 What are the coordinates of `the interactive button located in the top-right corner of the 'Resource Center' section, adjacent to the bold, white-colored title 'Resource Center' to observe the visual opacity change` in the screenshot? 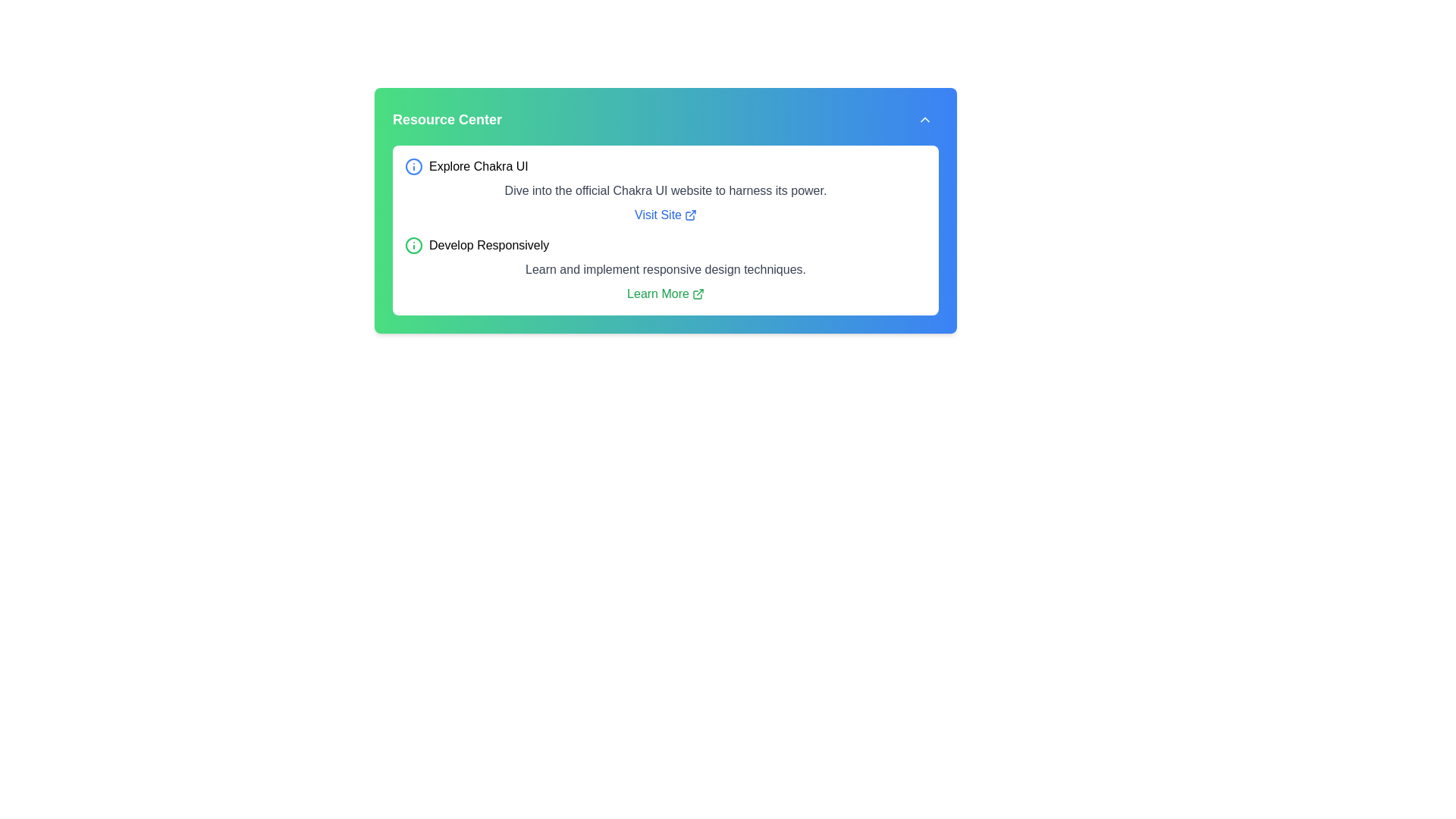 It's located at (924, 119).